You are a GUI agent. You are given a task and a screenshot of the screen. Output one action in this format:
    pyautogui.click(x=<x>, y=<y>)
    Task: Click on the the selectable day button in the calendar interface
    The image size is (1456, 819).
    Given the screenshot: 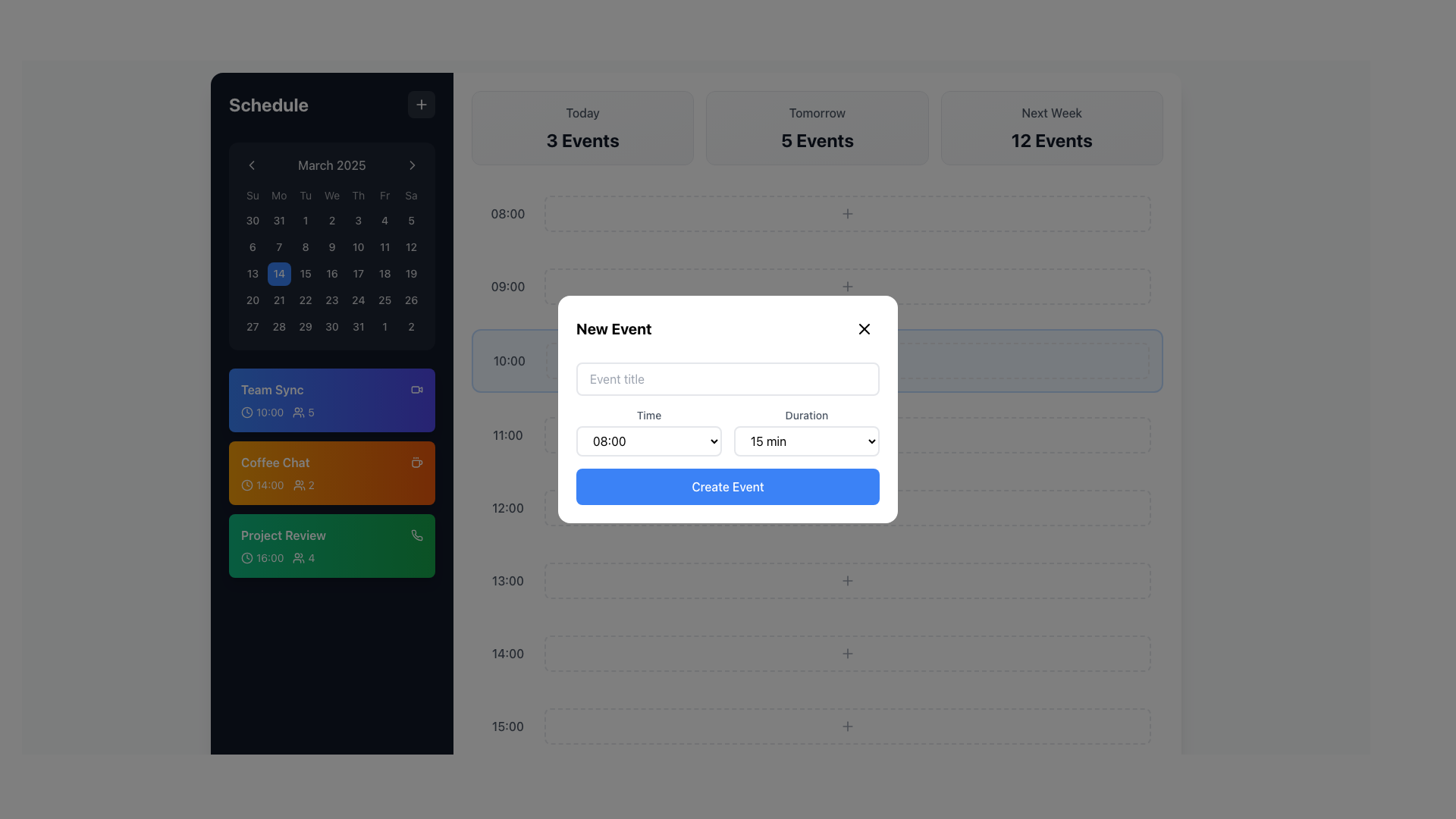 What is the action you would take?
    pyautogui.click(x=279, y=246)
    